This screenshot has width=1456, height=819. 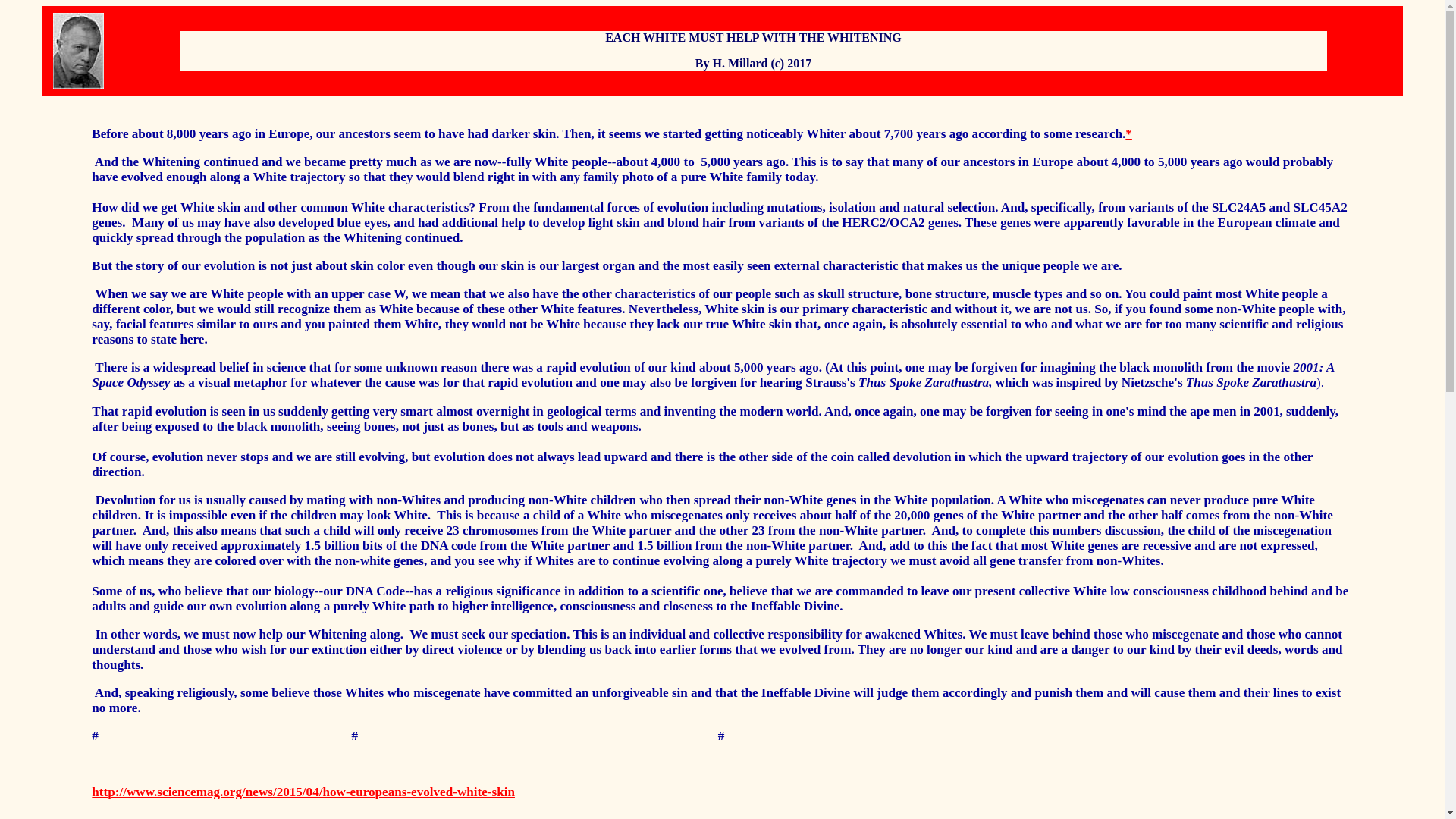 What do you see at coordinates (1128, 133) in the screenshot?
I see `'*'` at bounding box center [1128, 133].